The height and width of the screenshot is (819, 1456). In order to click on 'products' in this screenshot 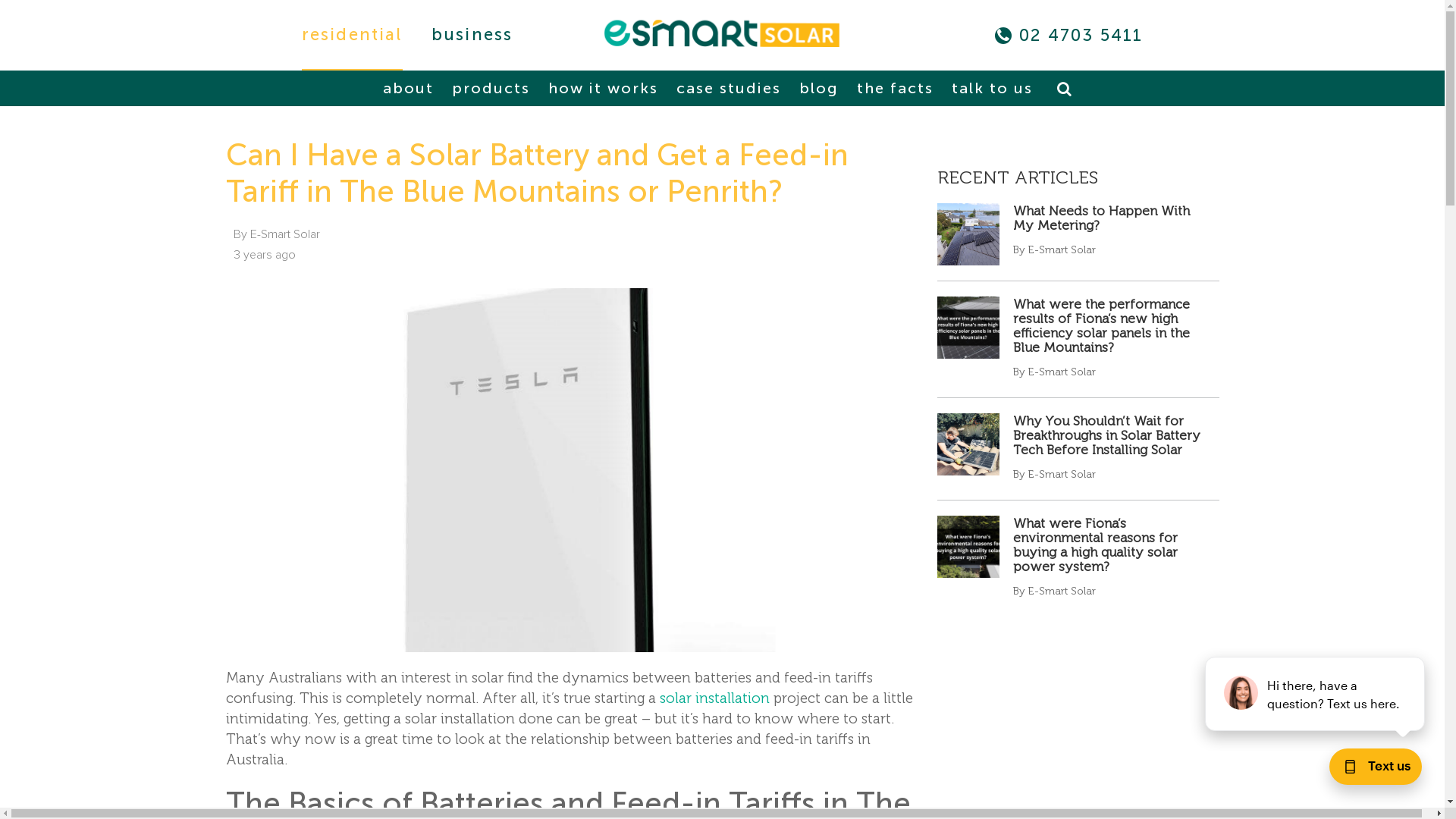, I will do `click(490, 88)`.